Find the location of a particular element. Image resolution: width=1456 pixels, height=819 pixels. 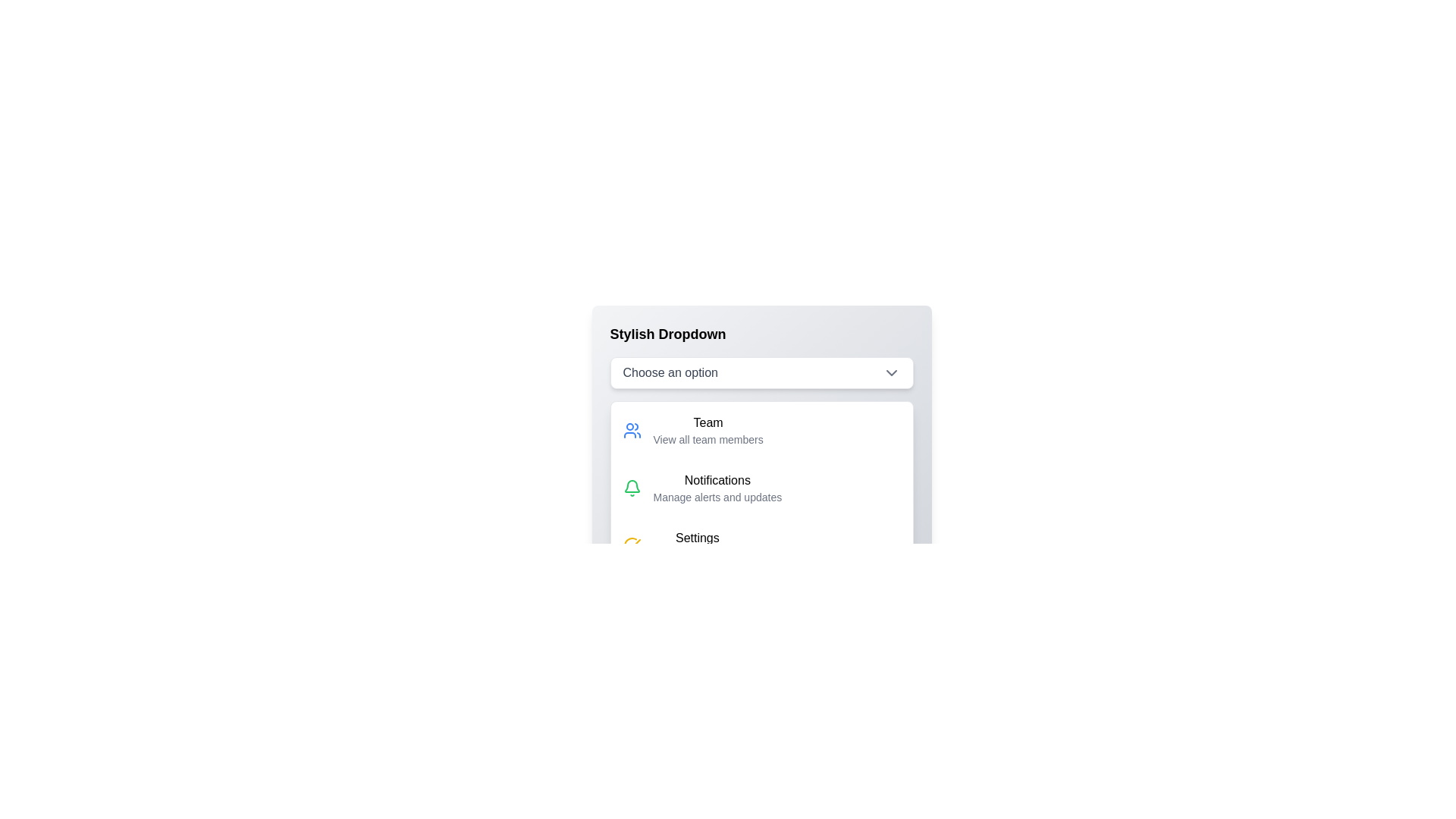

the dropdown menu titled 'Stylish Dropdown' is located at coordinates (761, 373).